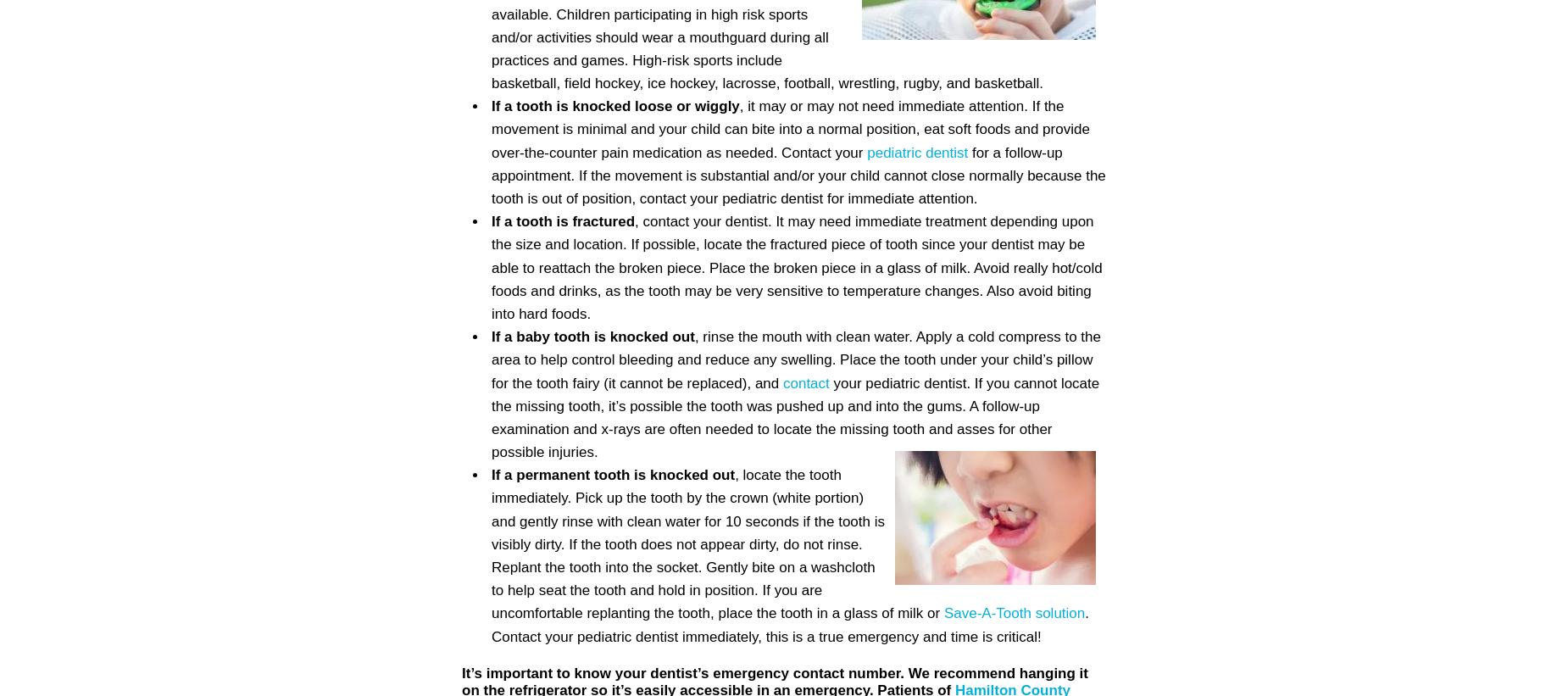 The image size is (1568, 696). I want to click on 'your pediatric dentist. If you cannot locate the missing tooth, it’s possible the tooth was pushed up and into the gums. A follow-up examination and x-rays are often needed to locate the missing tooth and asses for other possible injuries.', so click(794, 416).